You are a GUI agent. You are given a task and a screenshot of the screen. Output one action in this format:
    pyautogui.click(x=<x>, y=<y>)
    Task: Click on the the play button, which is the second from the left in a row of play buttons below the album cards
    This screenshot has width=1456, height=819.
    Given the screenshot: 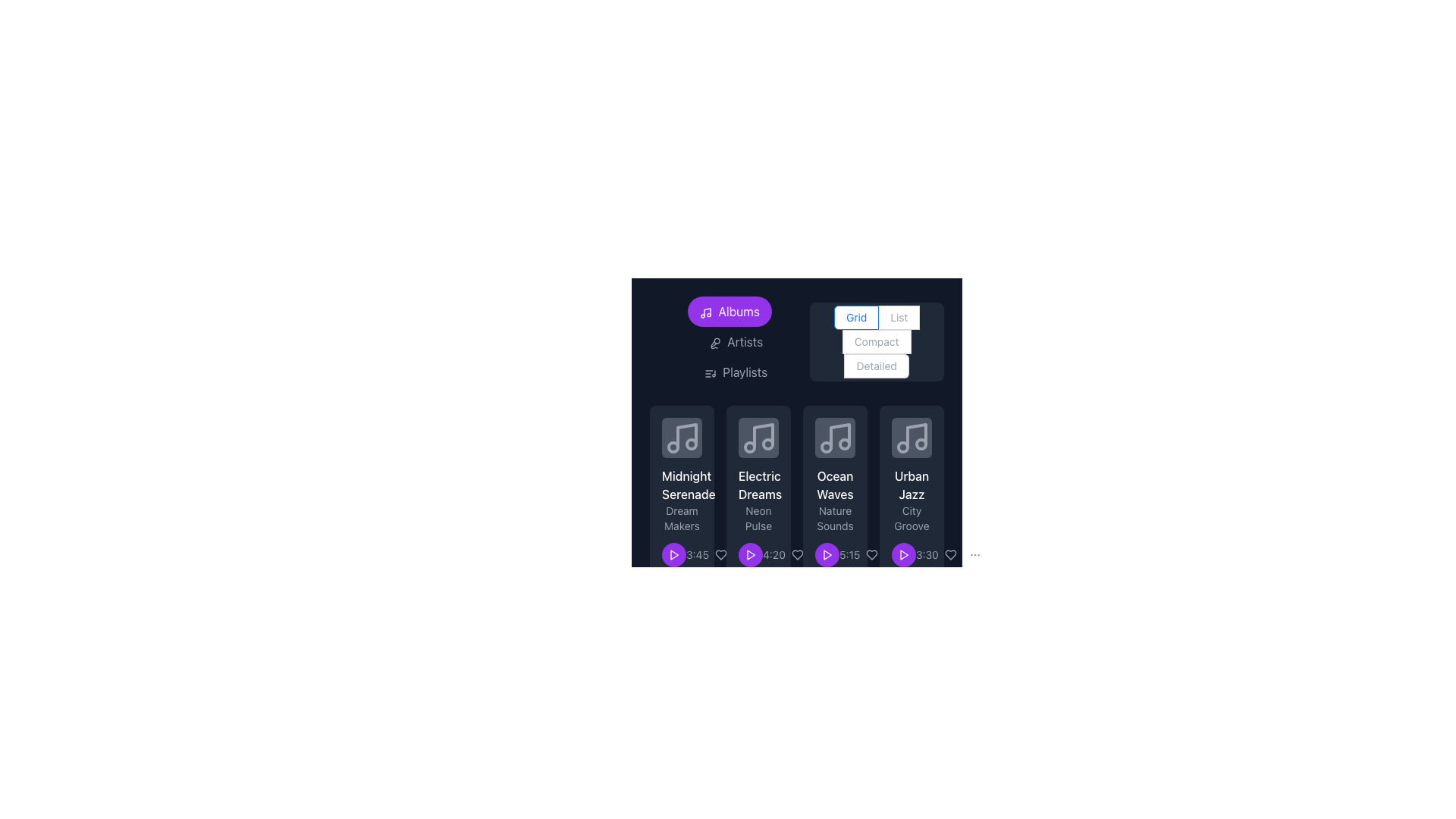 What is the action you would take?
    pyautogui.click(x=750, y=555)
    